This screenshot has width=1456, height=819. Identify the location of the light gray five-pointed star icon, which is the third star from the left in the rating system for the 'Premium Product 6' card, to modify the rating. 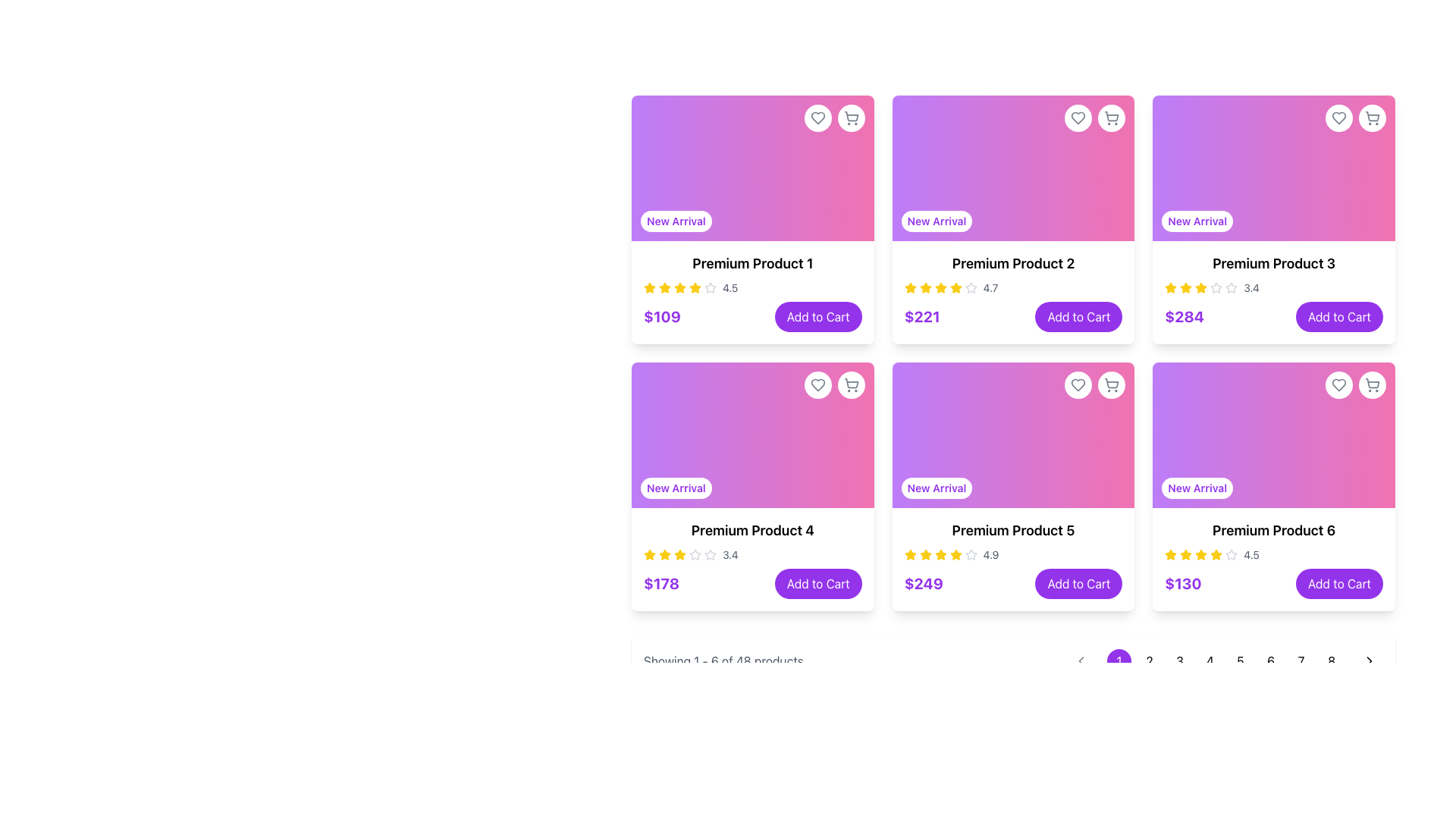
(1232, 554).